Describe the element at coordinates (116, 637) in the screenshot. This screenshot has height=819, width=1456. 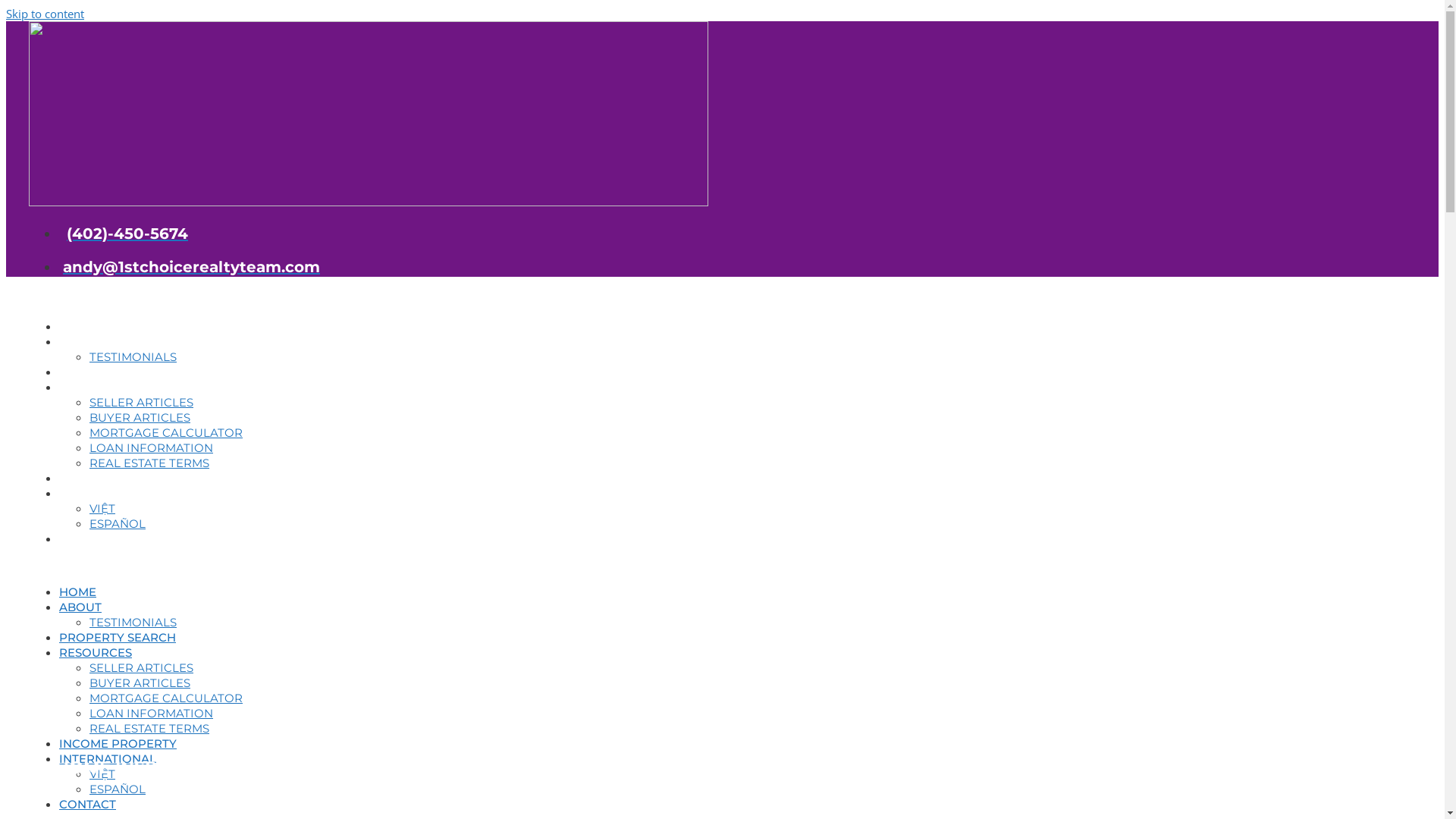
I see `'PROPERTY SEARCH'` at that location.